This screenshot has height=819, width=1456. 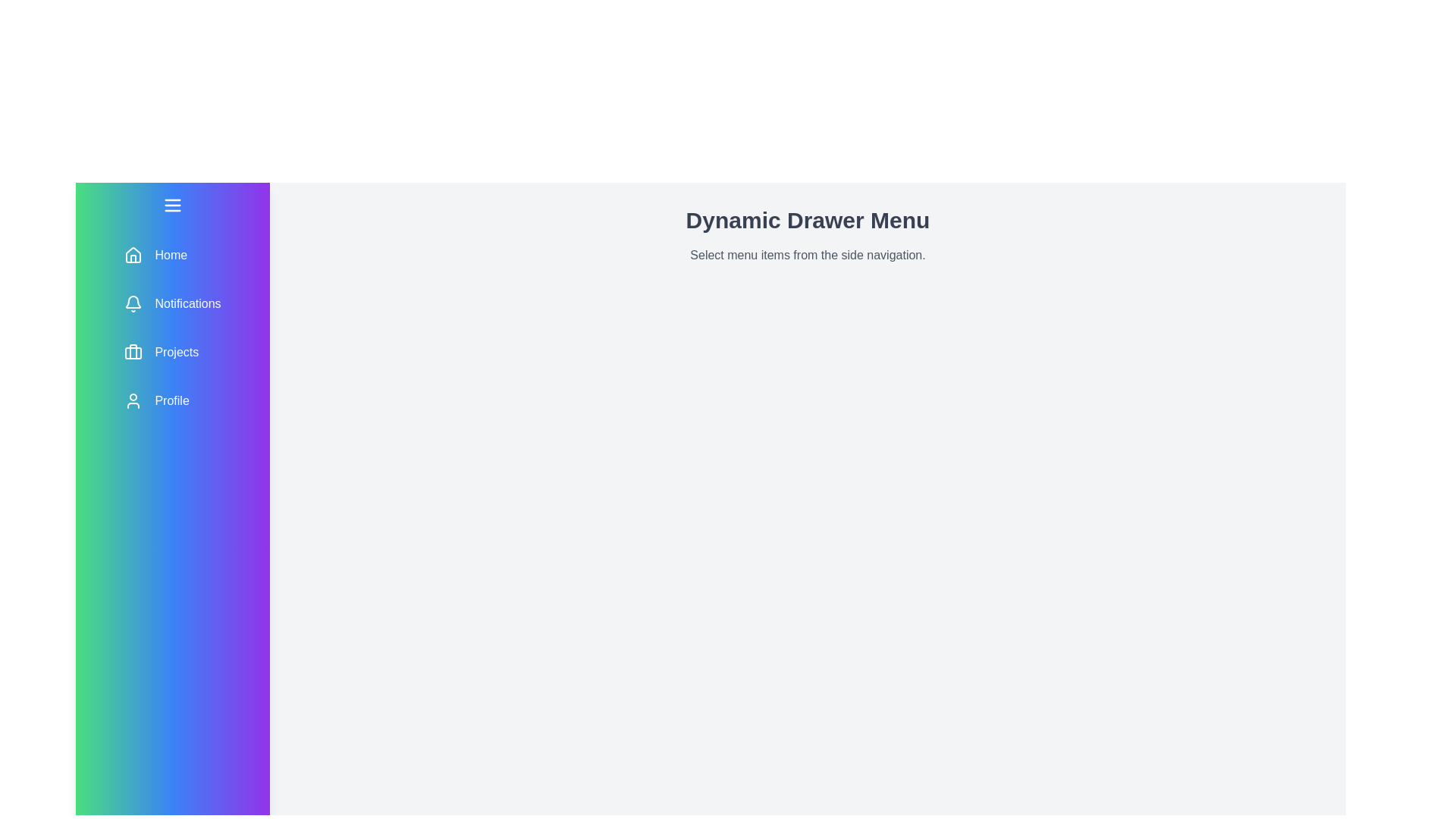 I want to click on the menu toggle button to toggle the drawer menu open or closed, so click(x=172, y=205).